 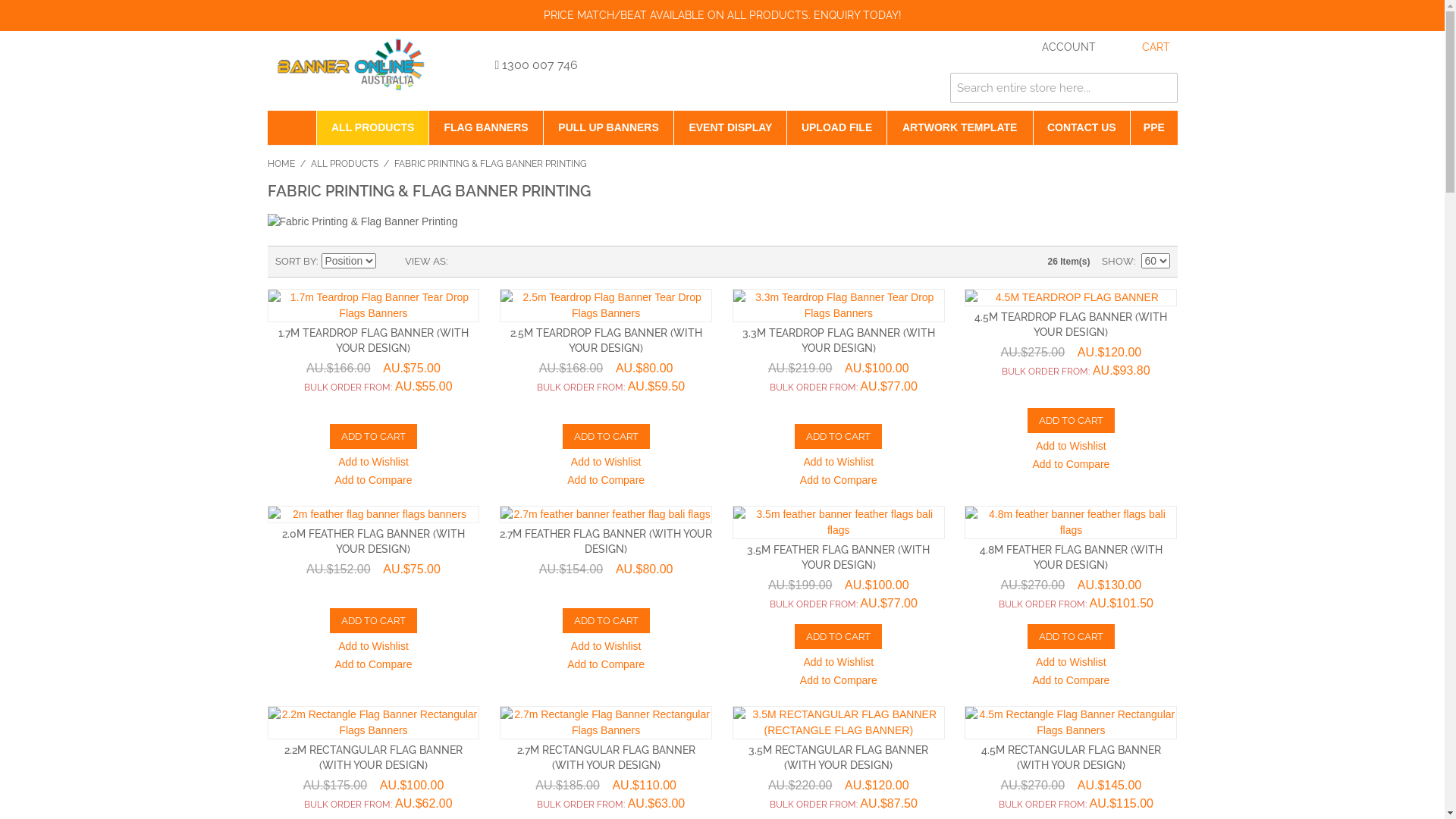 What do you see at coordinates (793, 636) in the screenshot?
I see `'ADD TO CART'` at bounding box center [793, 636].